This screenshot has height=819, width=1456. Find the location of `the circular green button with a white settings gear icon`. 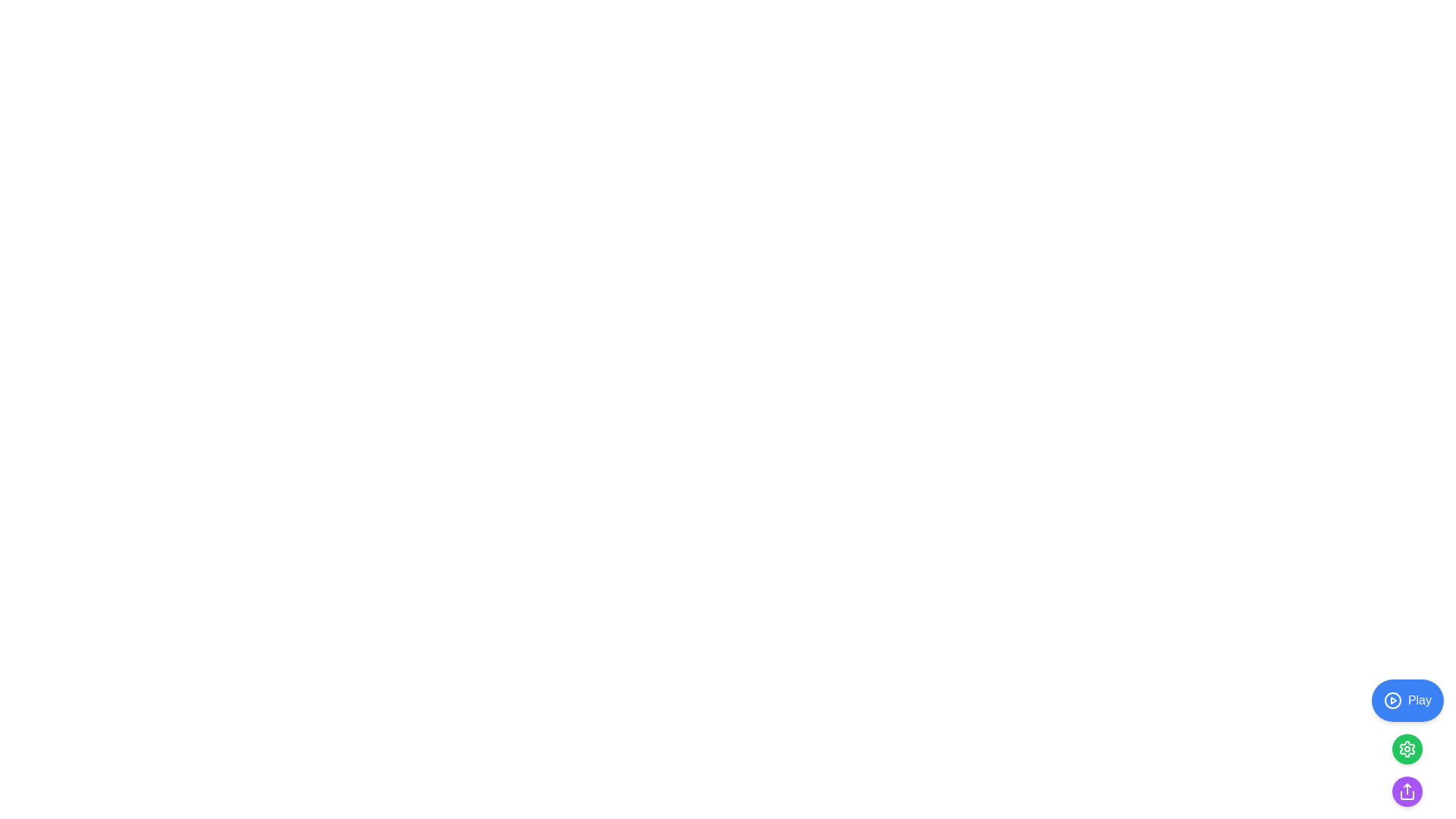

the circular green button with a white settings gear icon is located at coordinates (1407, 748).